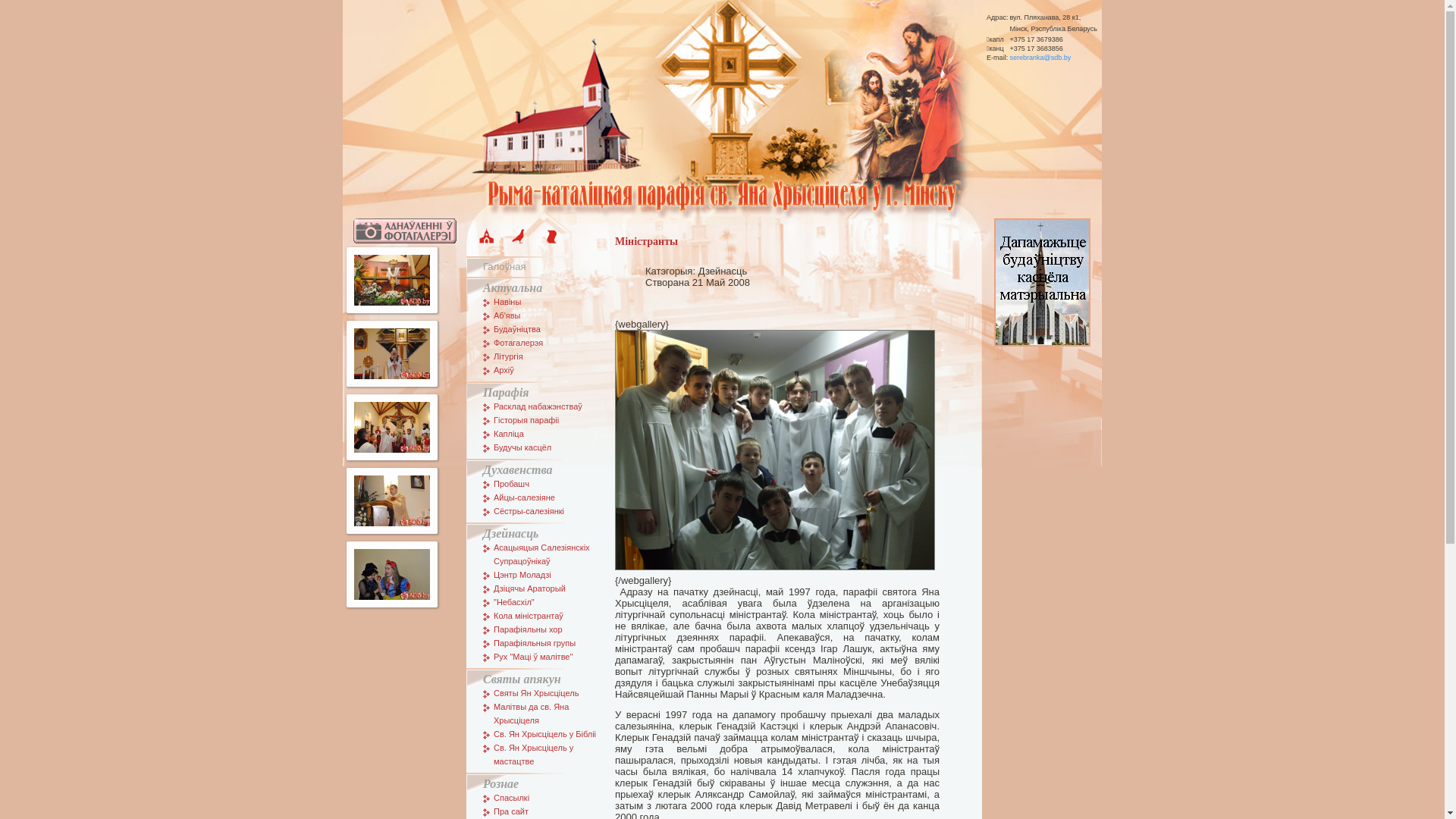 The width and height of the screenshot is (1456, 819). What do you see at coordinates (1039, 58) in the screenshot?
I see `'serebranka@sdb.by'` at bounding box center [1039, 58].